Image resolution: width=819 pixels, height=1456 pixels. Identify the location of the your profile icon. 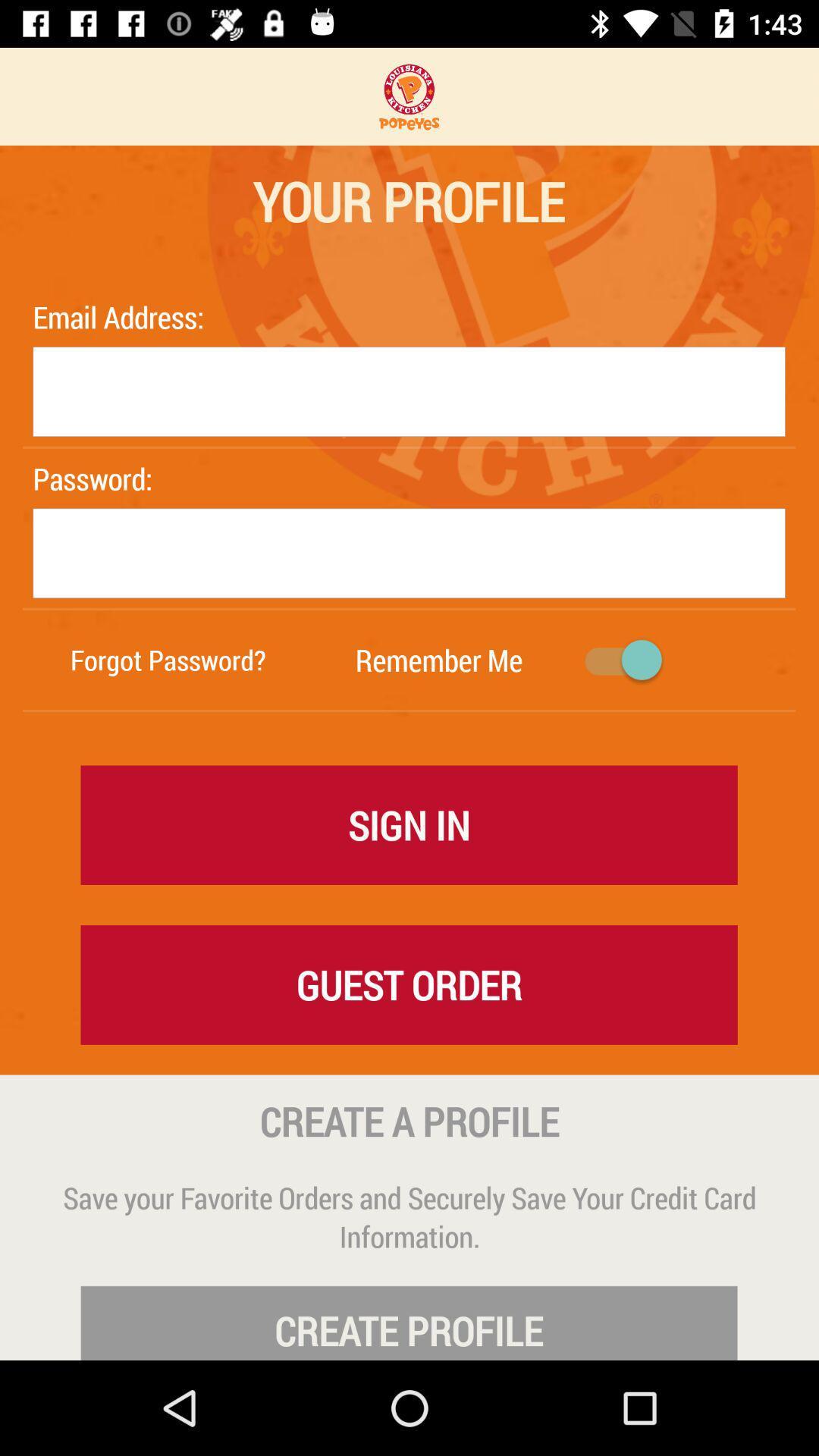
(408, 200).